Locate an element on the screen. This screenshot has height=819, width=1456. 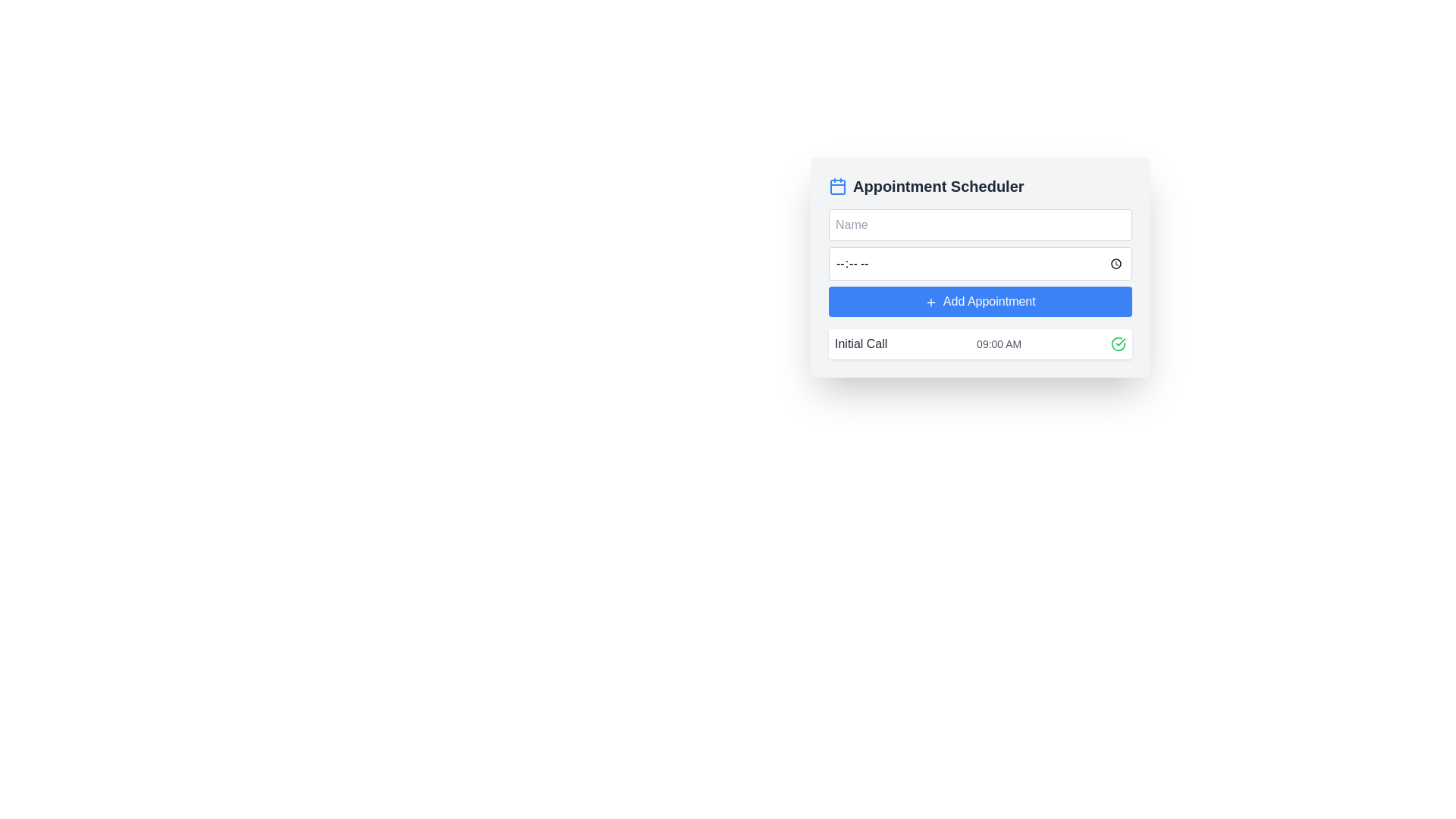
the Text label that serves as a title for the scheduling appointments section, located to the right of the calendar icon in the header section is located at coordinates (937, 186).